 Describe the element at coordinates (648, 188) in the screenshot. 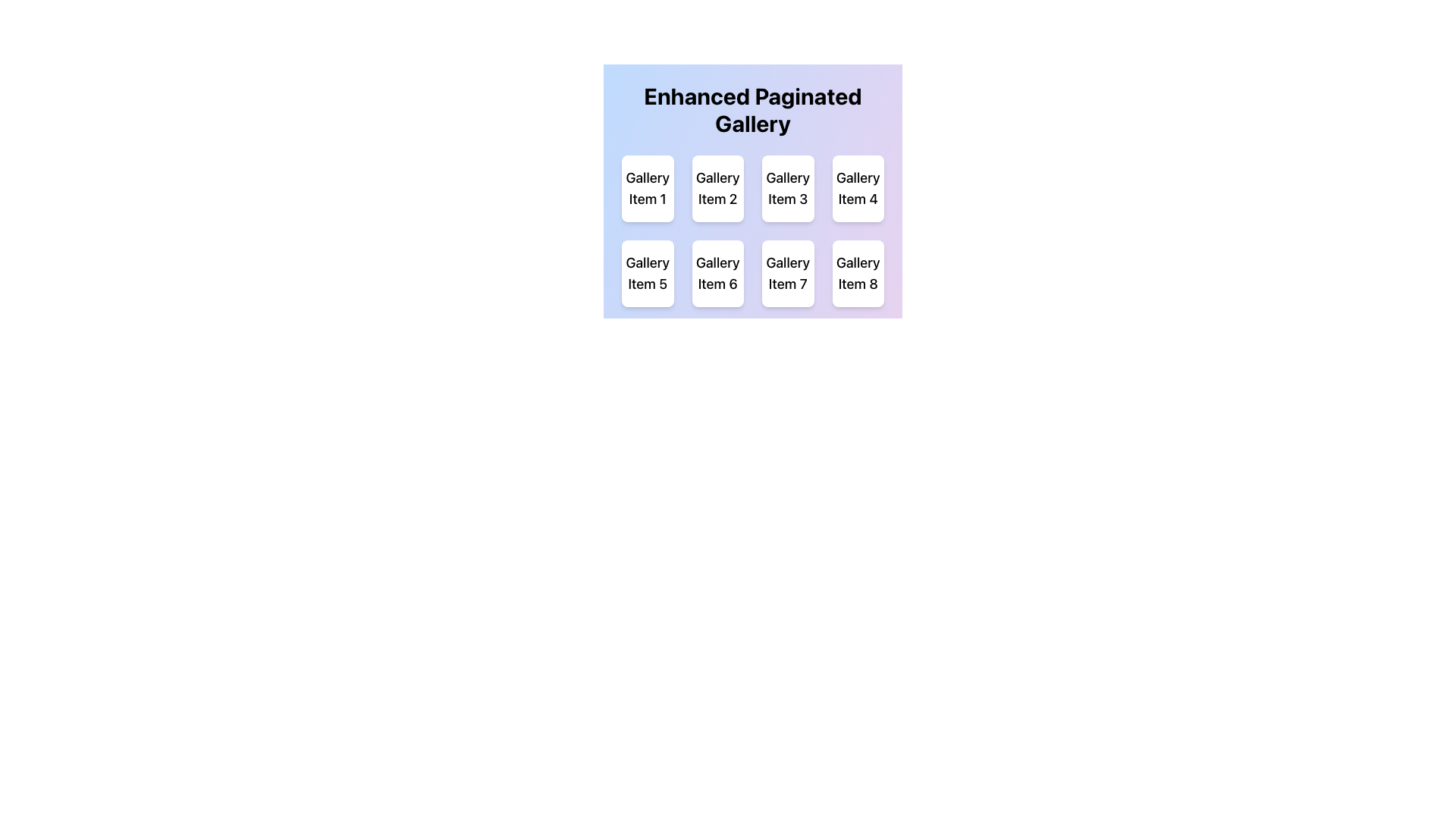

I see `text label styled as 'Gallery Item 1', which is centrally positioned in the first tile of the gallery interface` at that location.